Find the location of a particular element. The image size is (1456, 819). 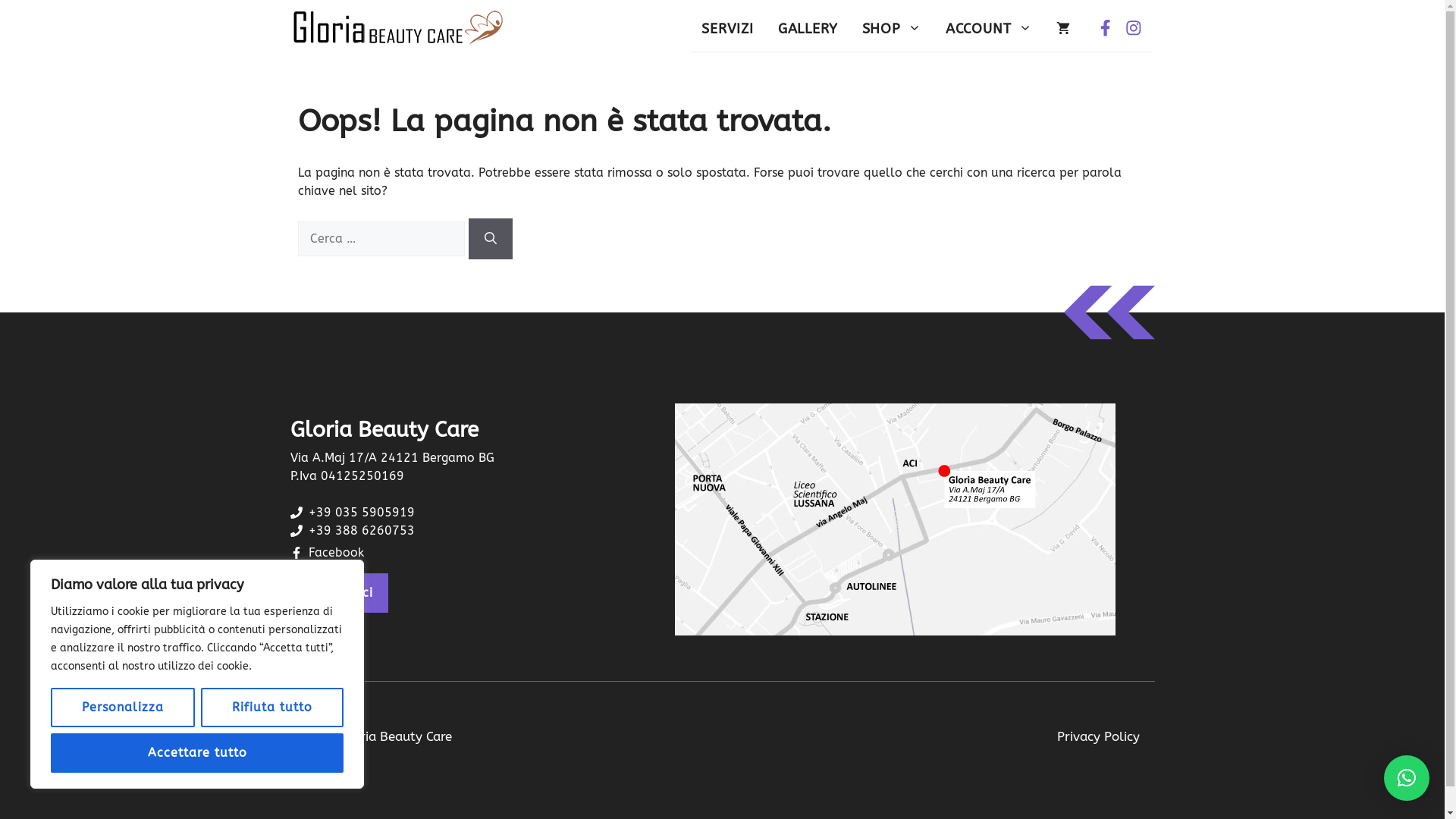

'Accettare tutto' is located at coordinates (196, 752).